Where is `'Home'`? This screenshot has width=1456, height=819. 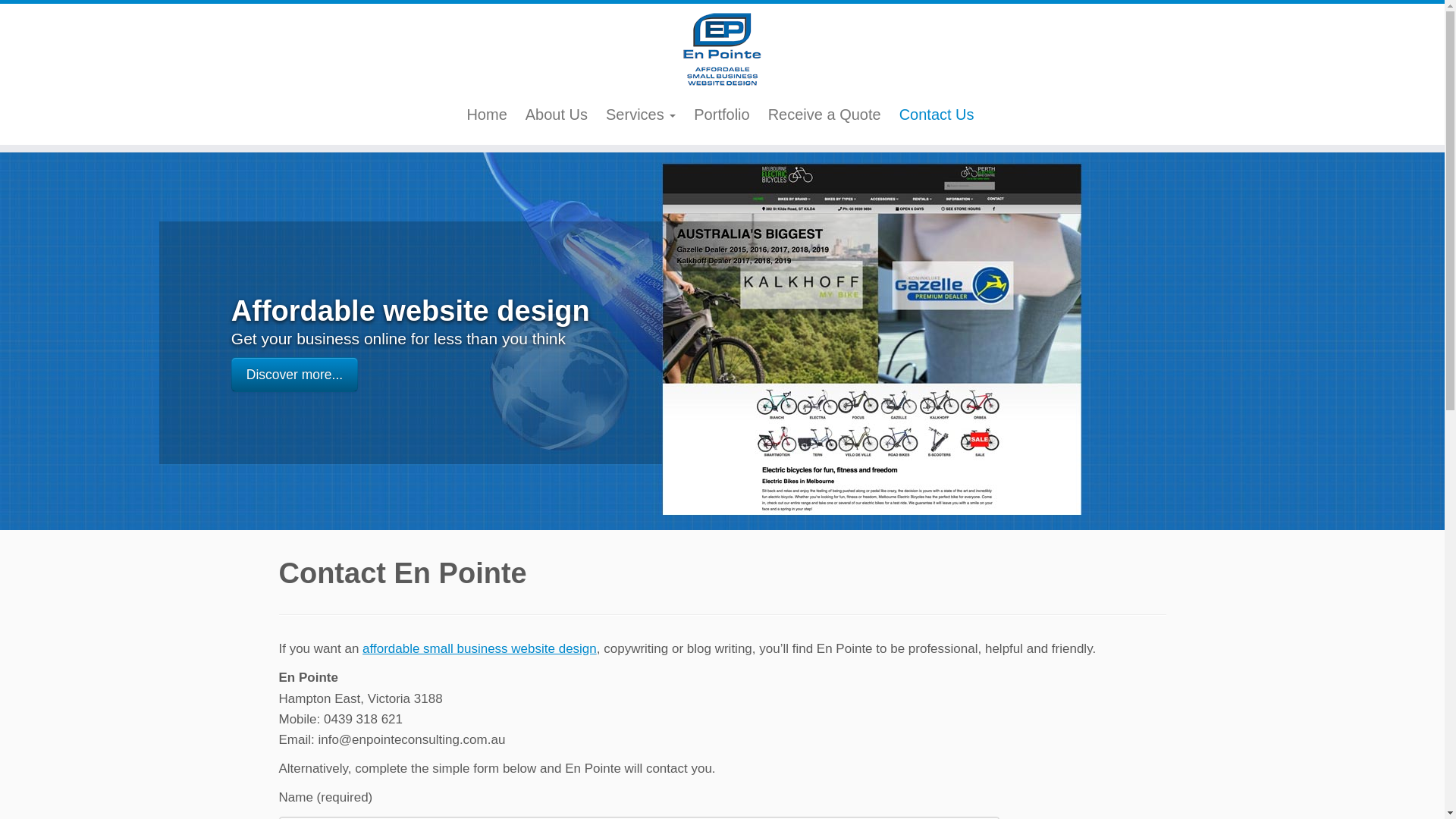 'Home' is located at coordinates (457, 113).